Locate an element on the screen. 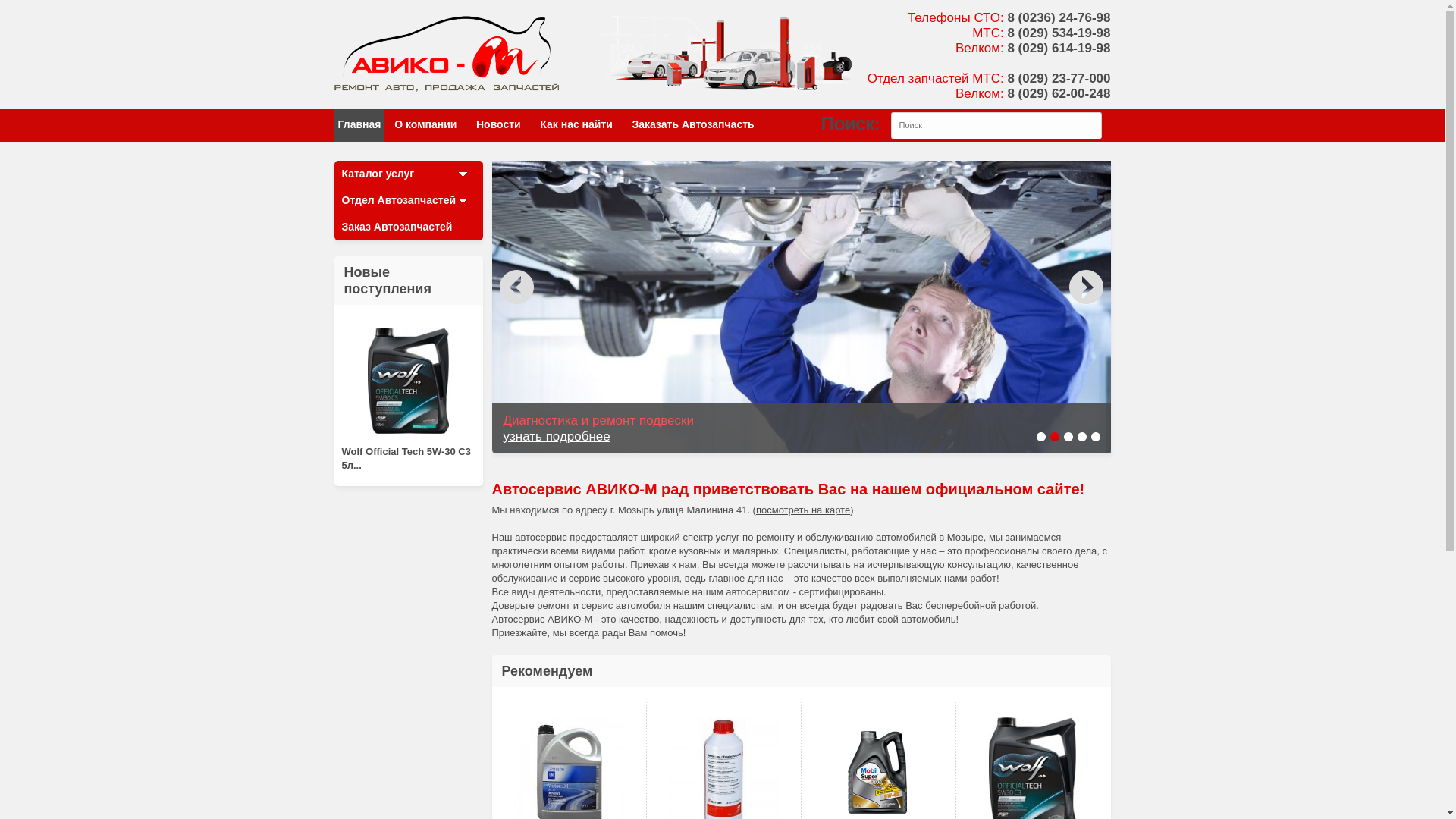  'false' is located at coordinates (1085, 287).